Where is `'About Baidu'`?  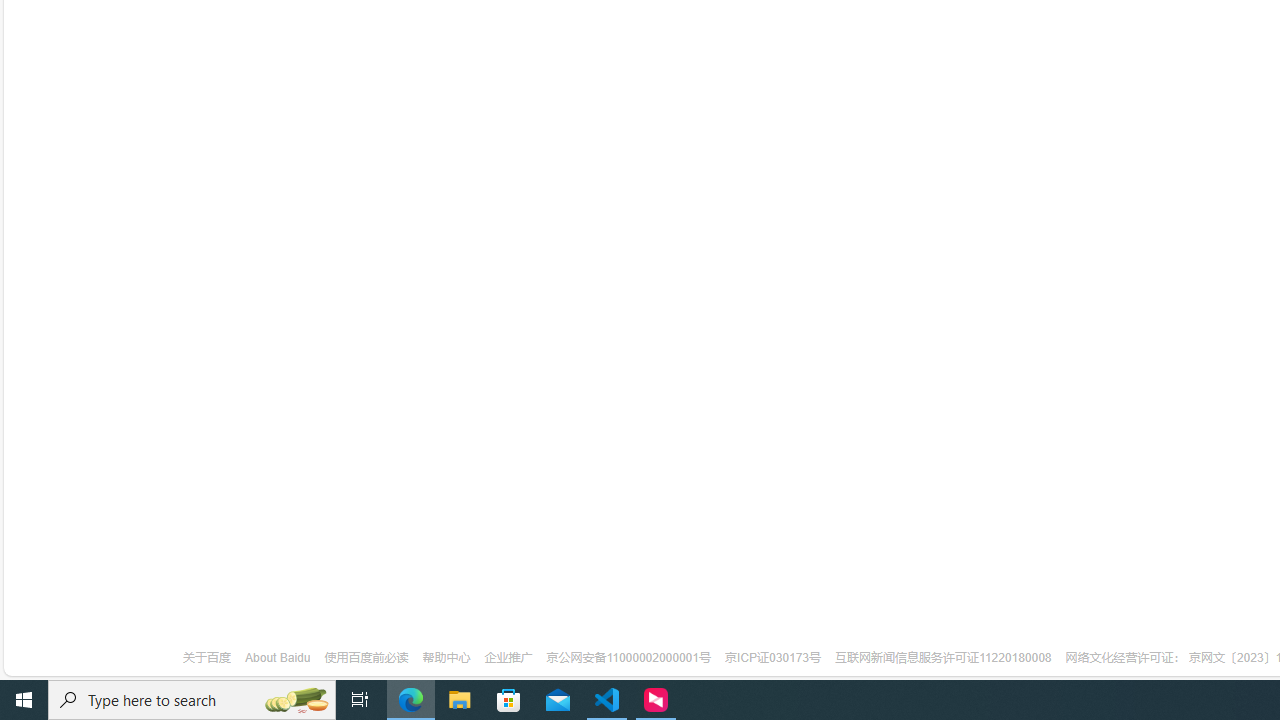
'About Baidu' is located at coordinates (276, 658).